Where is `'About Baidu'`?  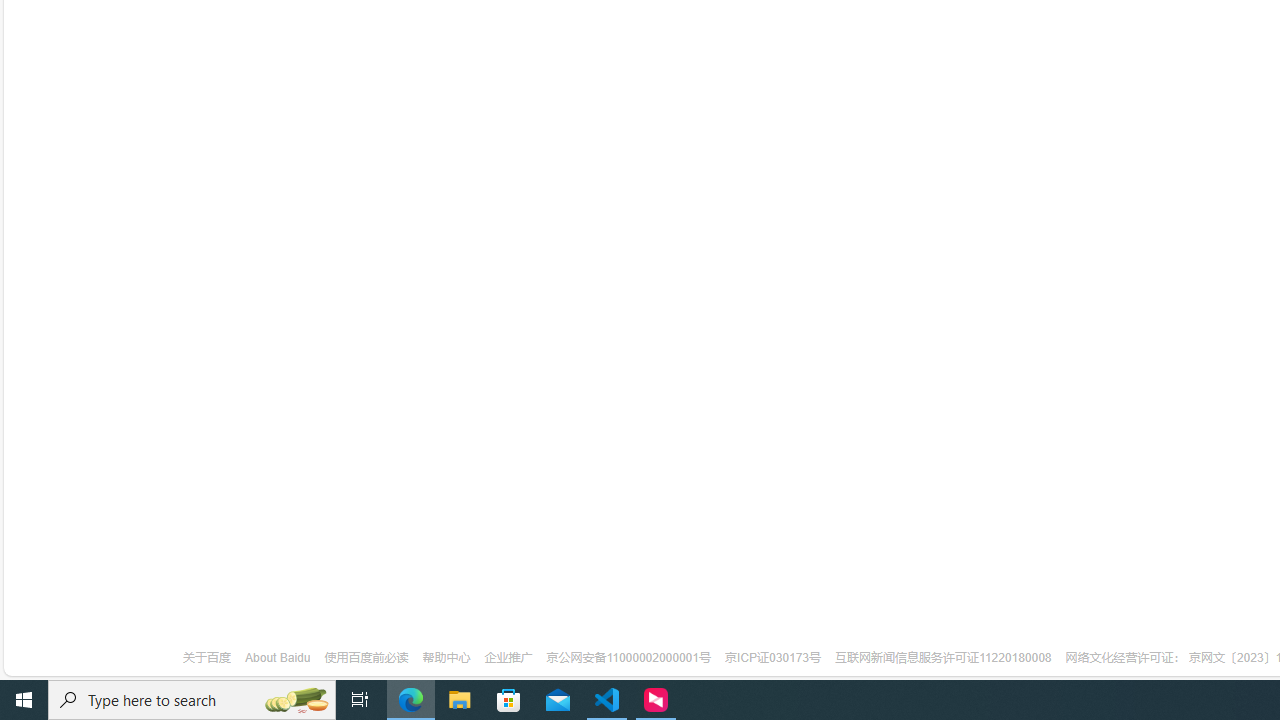
'About Baidu' is located at coordinates (276, 658).